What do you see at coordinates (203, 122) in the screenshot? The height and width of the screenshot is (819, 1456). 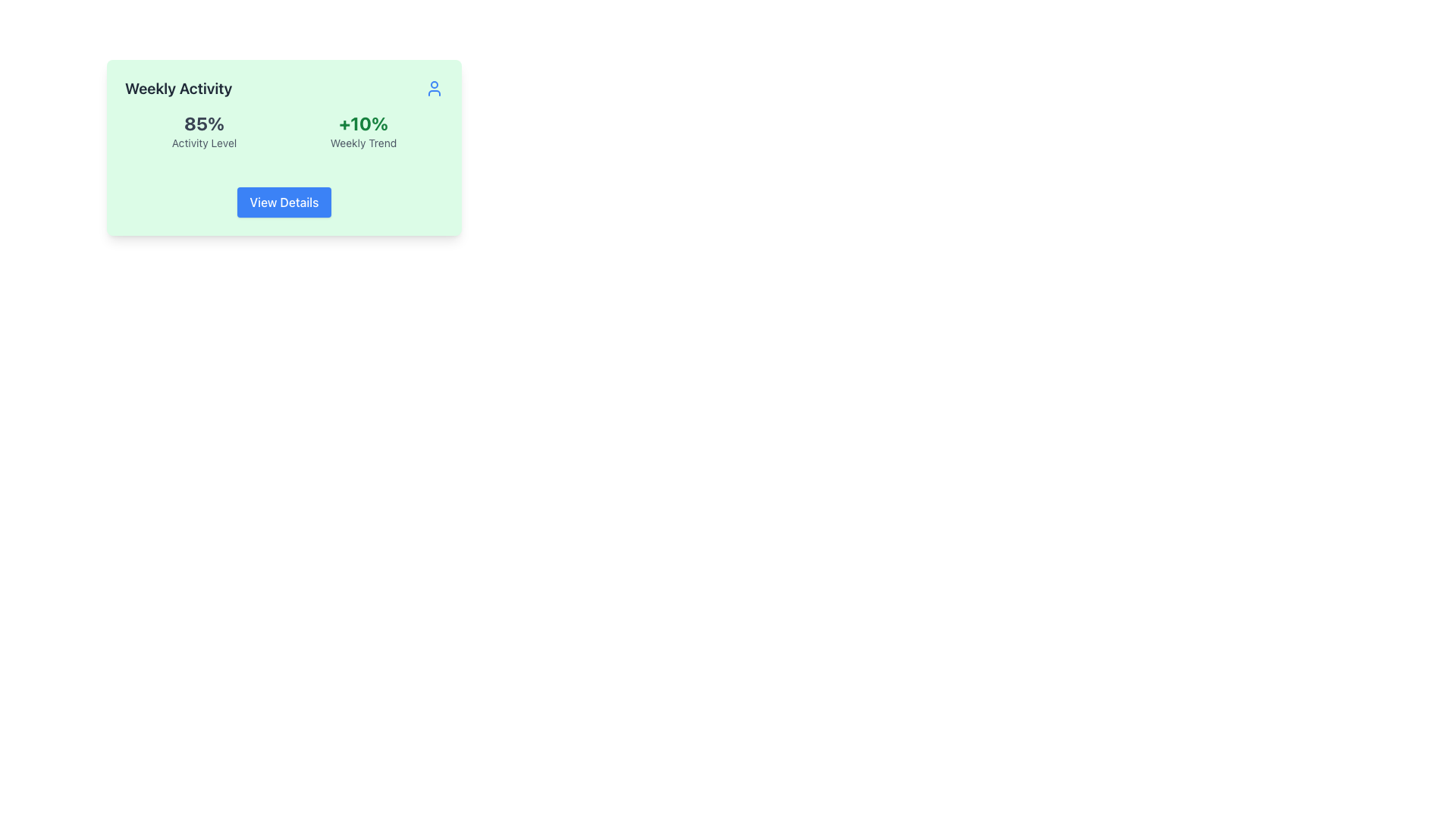 I see `the large, bold text label displaying '85%' in dark gray, which is located at the top-left of the card section above 'Activity Level'` at bounding box center [203, 122].